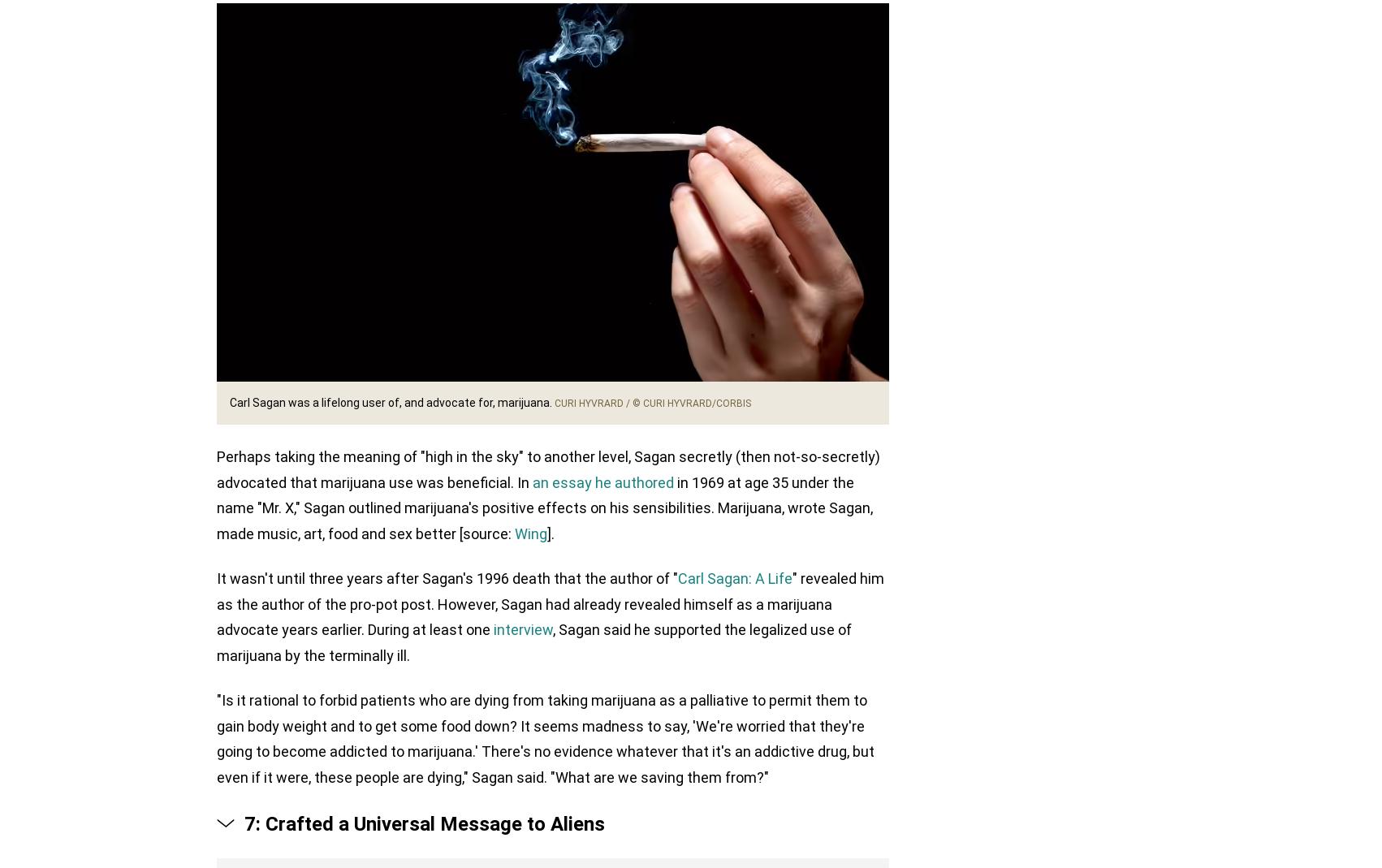 The image size is (1382, 868). I want to click on '].', so click(546, 533).